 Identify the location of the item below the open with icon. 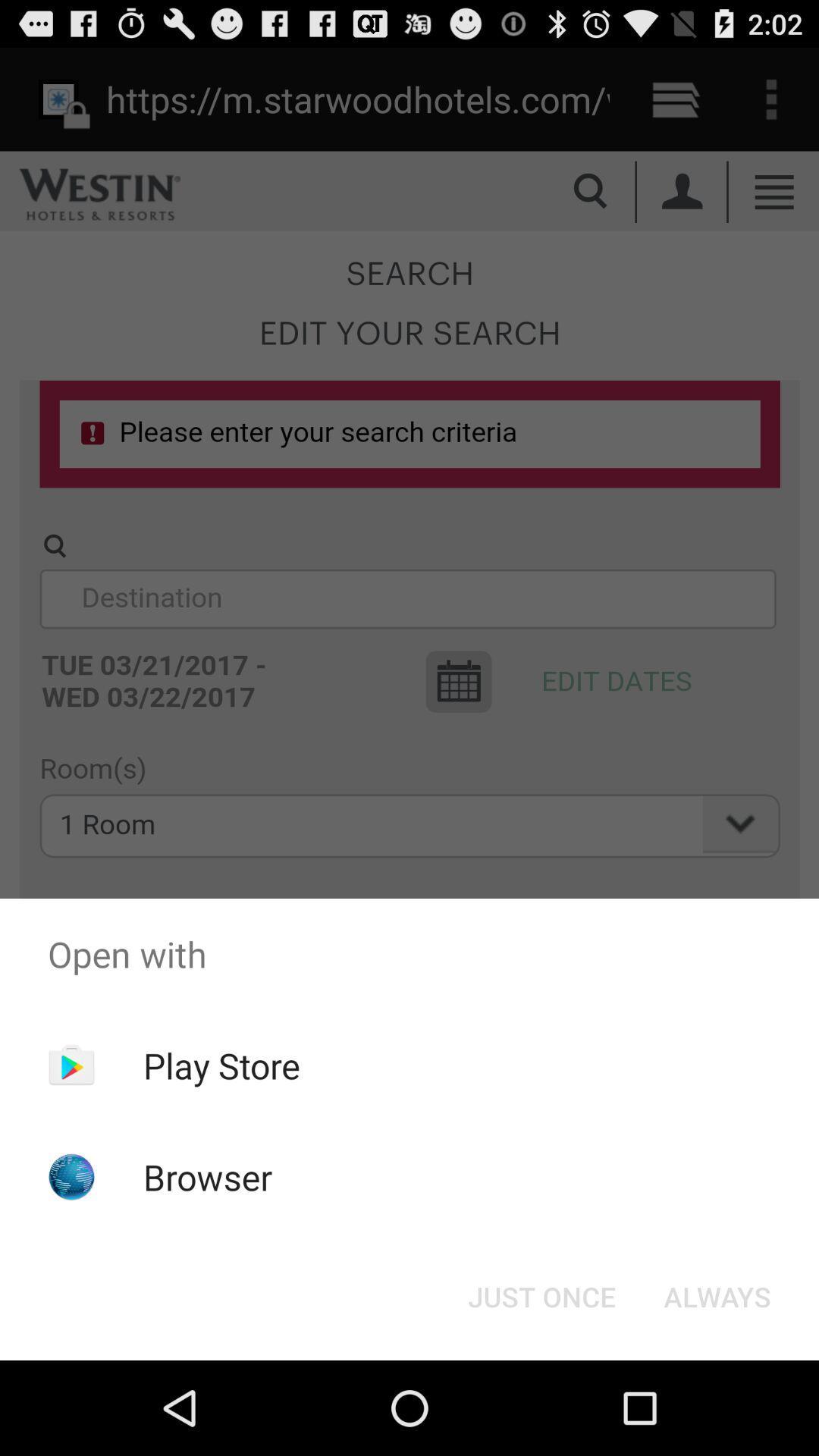
(717, 1295).